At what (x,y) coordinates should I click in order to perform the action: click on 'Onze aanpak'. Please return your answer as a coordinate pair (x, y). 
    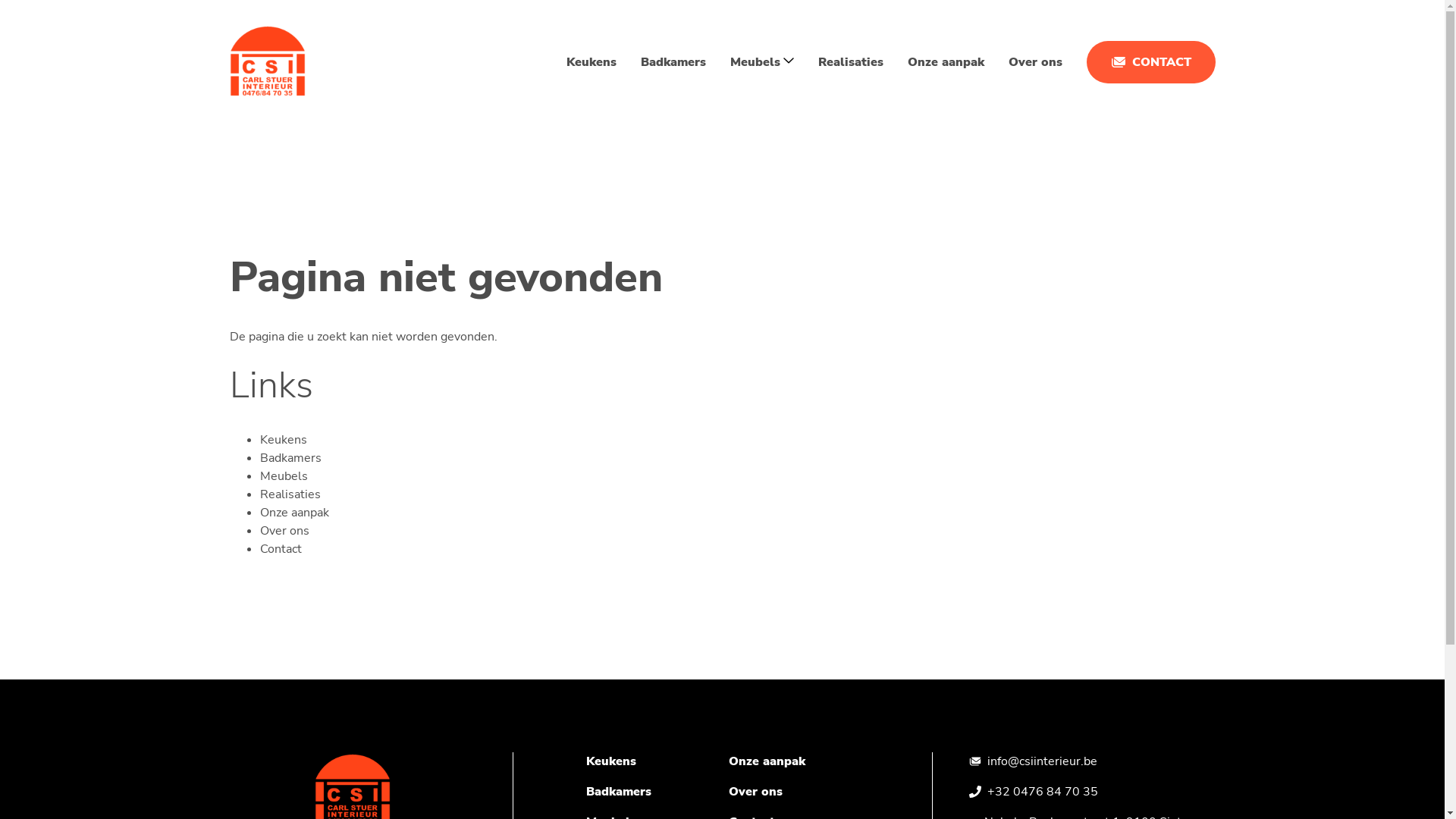
    Looking at the image, I should click on (293, 512).